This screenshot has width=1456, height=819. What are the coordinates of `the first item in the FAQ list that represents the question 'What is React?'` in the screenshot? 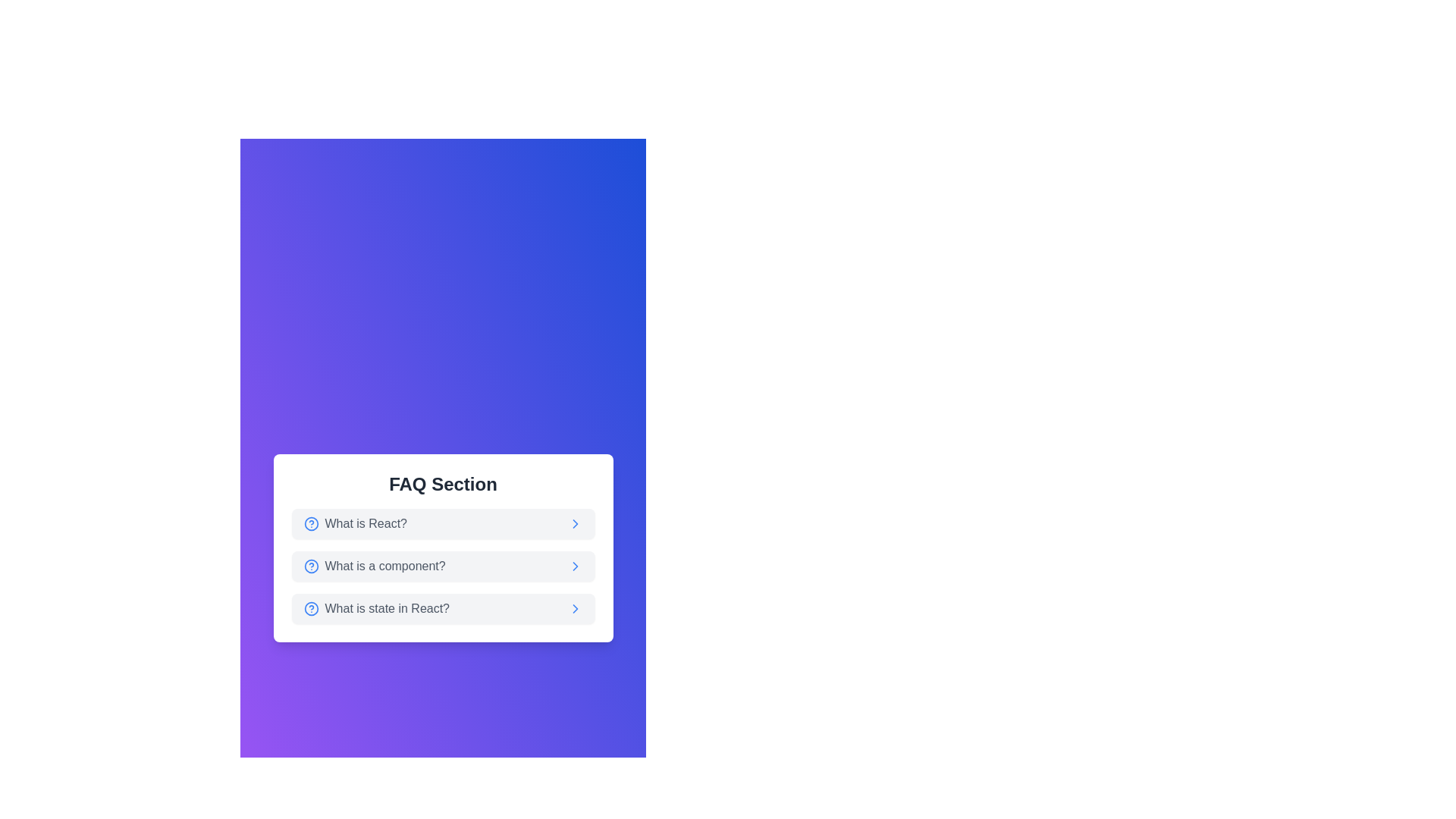 It's located at (442, 522).